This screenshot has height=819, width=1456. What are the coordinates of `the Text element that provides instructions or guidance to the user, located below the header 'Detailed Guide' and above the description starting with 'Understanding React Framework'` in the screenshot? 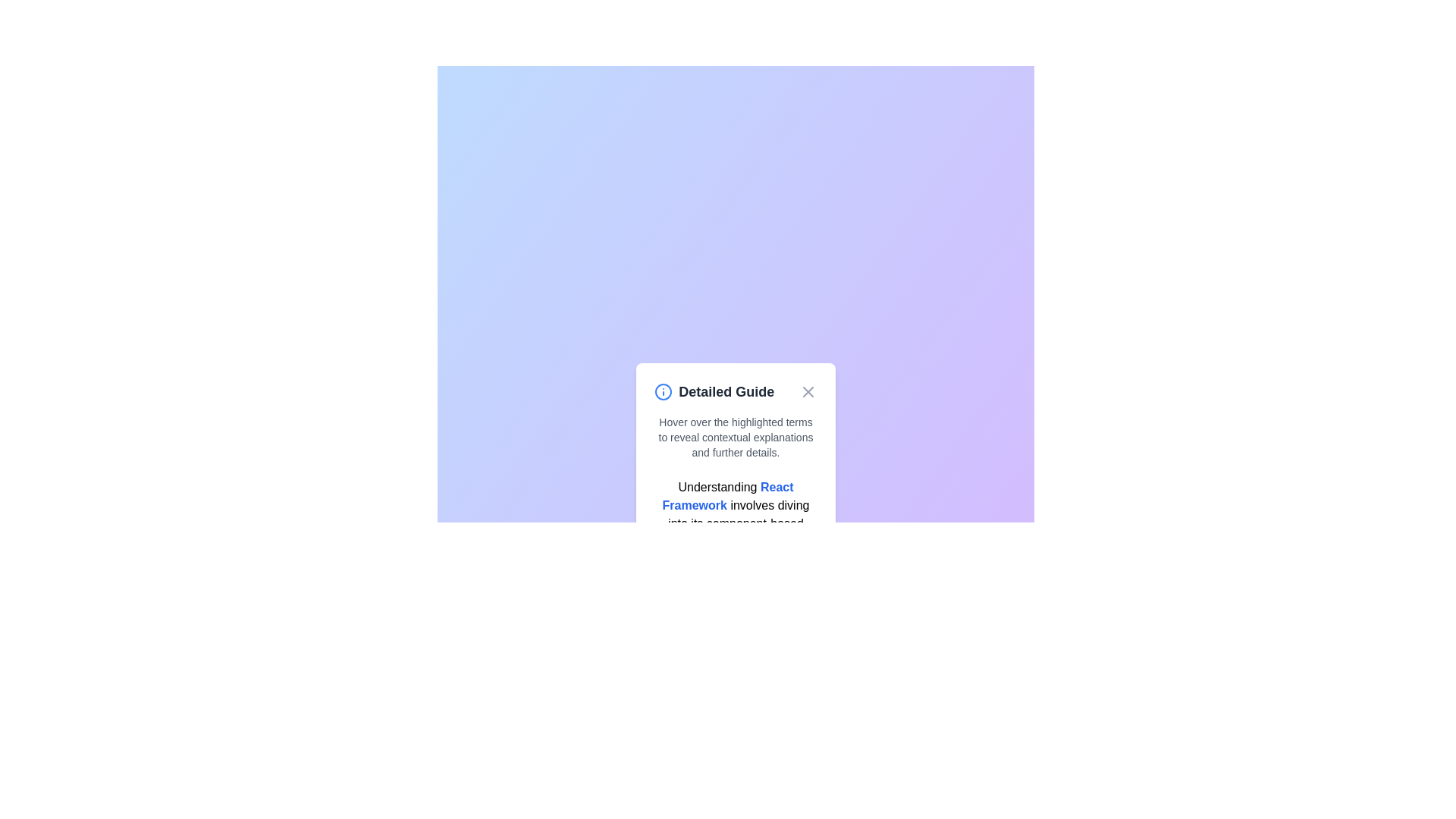 It's located at (736, 438).